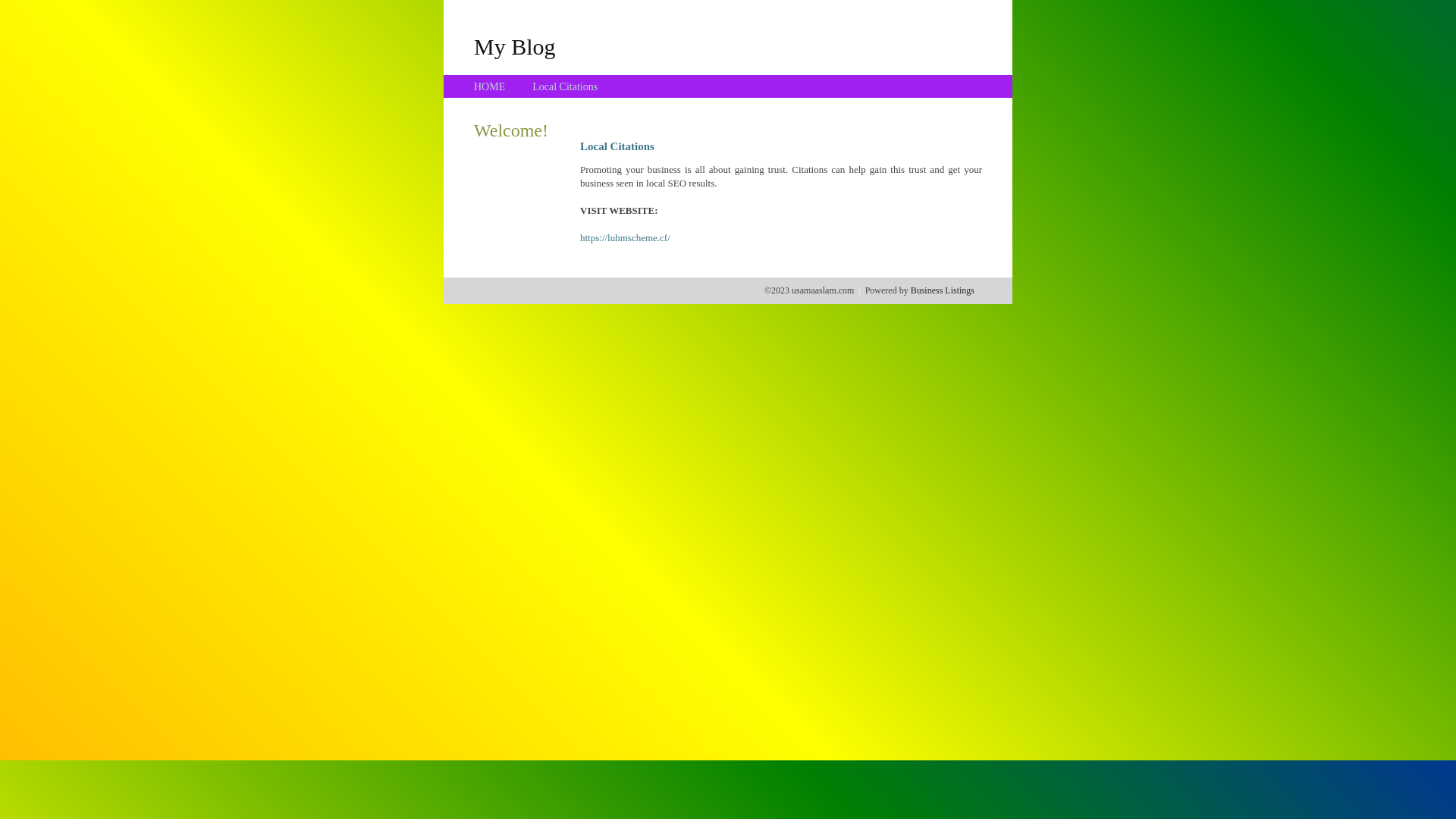 The height and width of the screenshot is (819, 1456). What do you see at coordinates (942, 290) in the screenshot?
I see `'Business Listings'` at bounding box center [942, 290].